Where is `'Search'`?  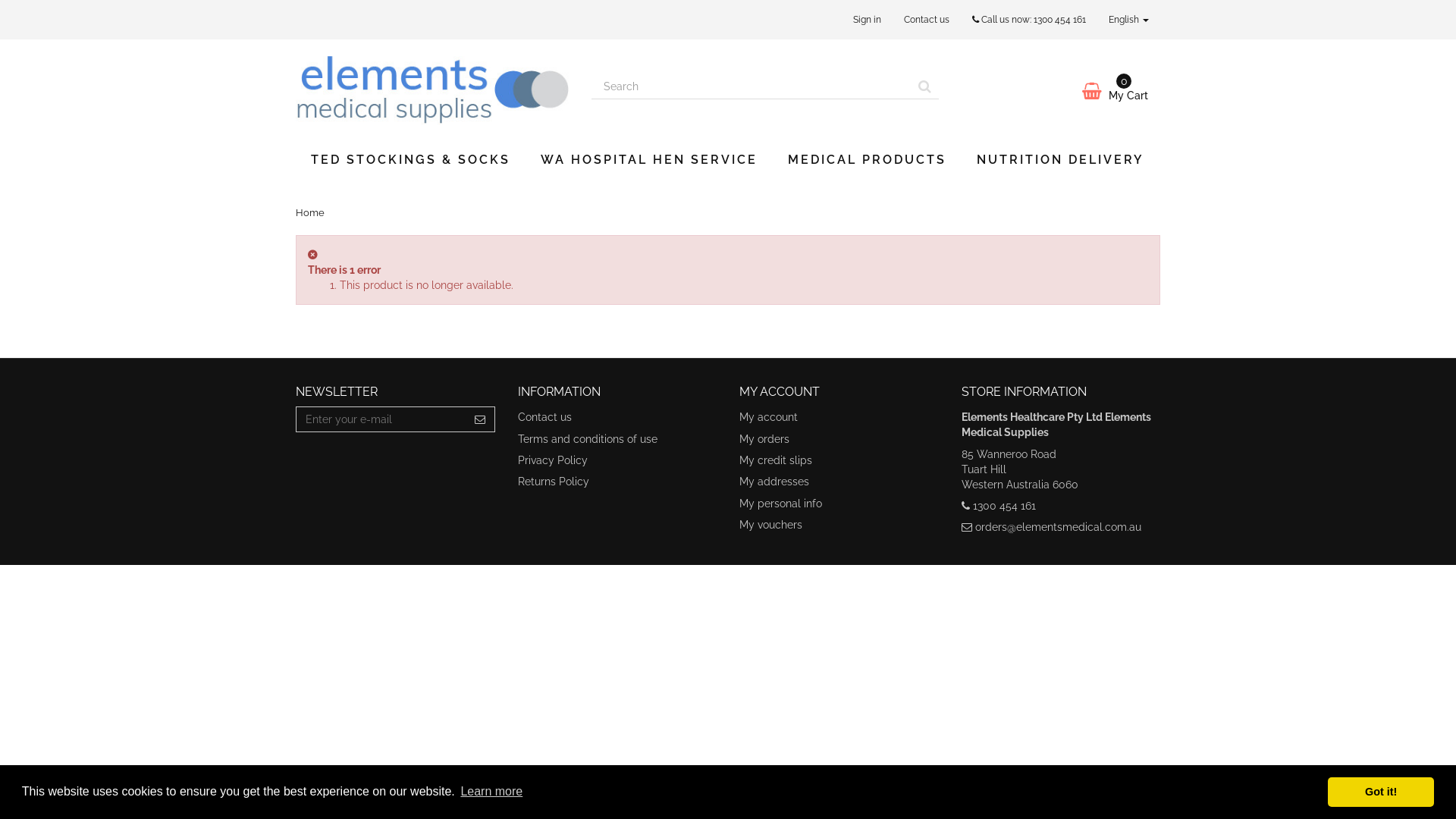 'Search' is located at coordinates (923, 86).